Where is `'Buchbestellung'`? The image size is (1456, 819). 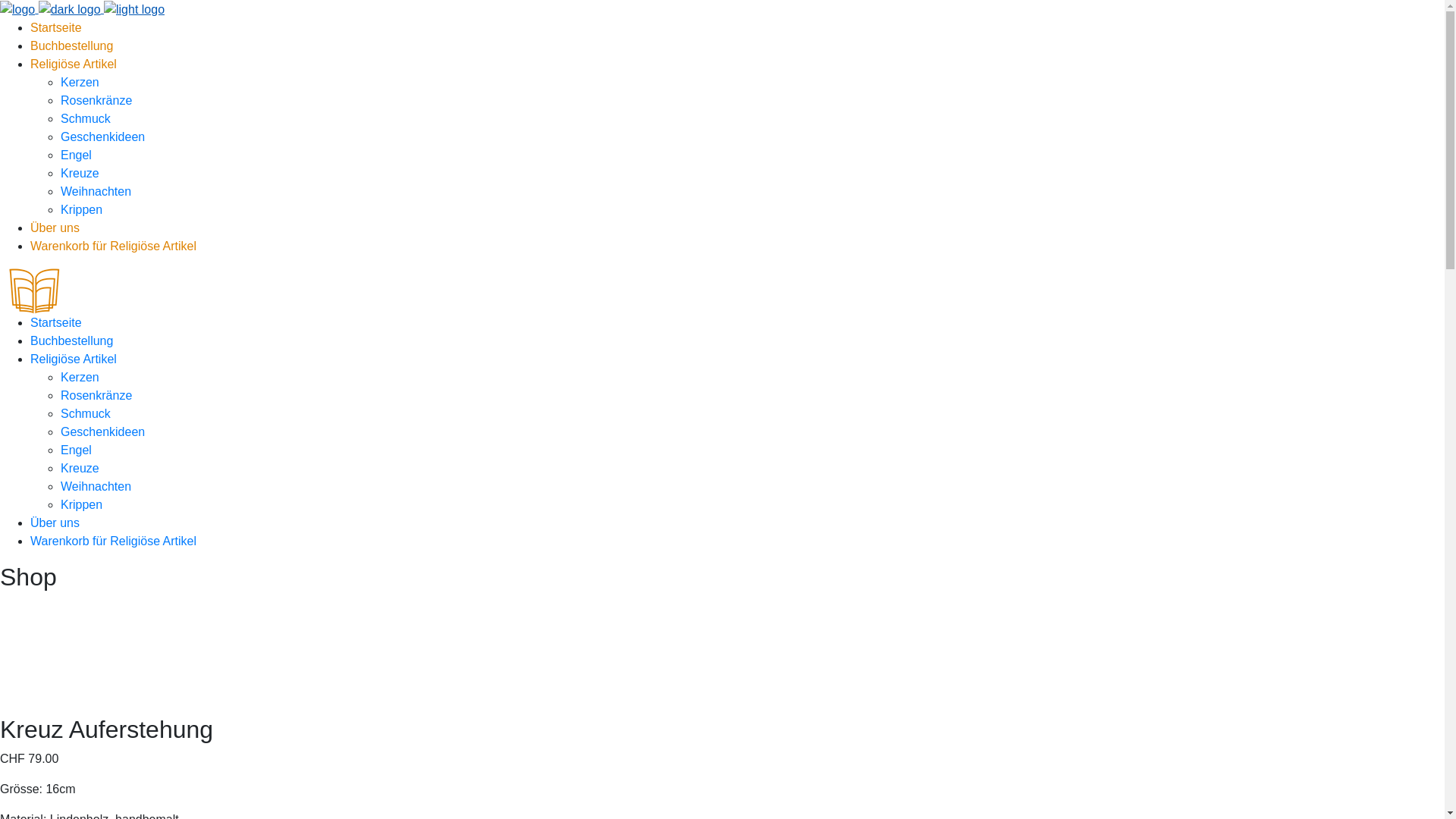 'Buchbestellung' is located at coordinates (71, 45).